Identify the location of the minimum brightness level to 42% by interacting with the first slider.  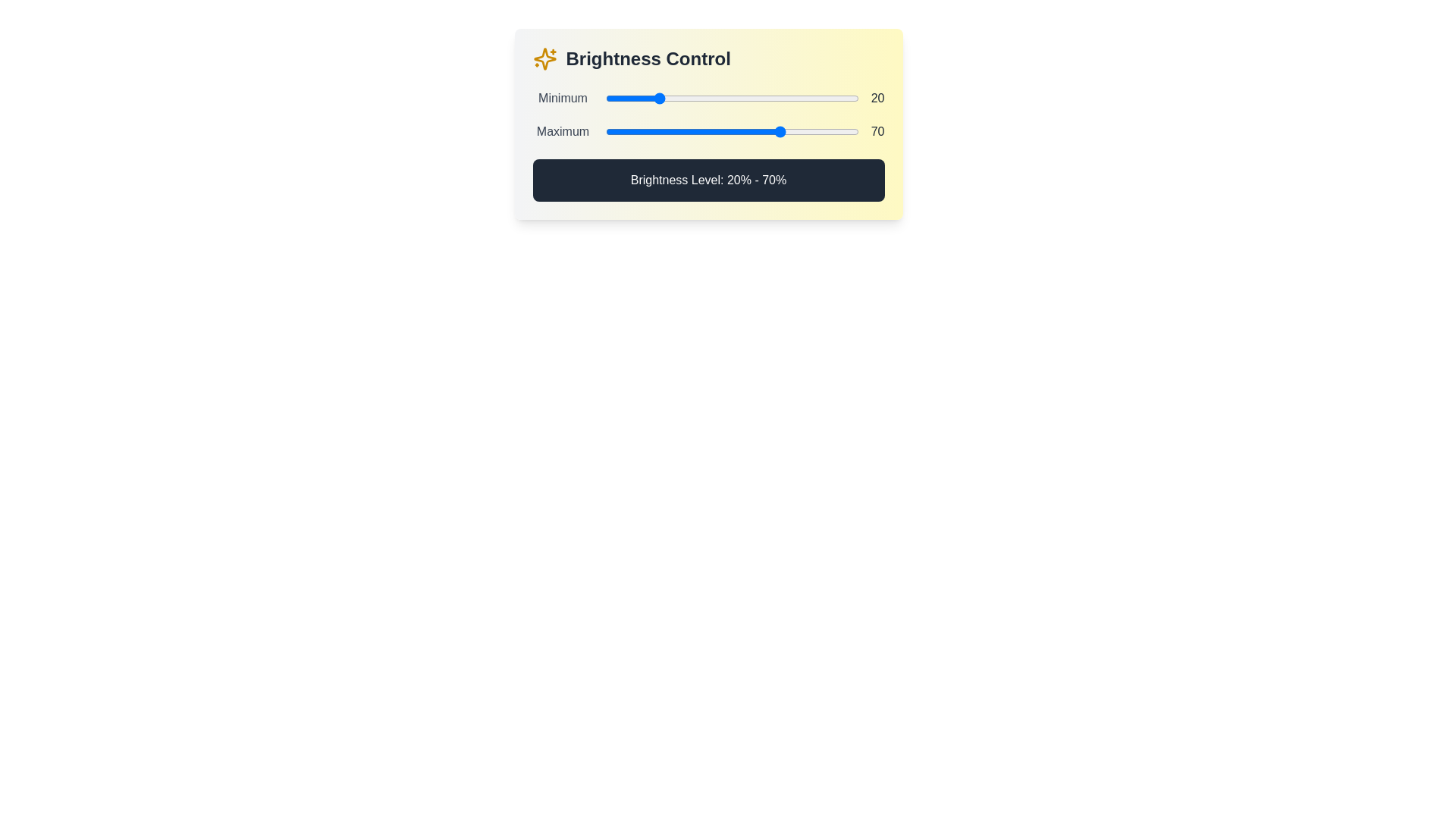
(711, 99).